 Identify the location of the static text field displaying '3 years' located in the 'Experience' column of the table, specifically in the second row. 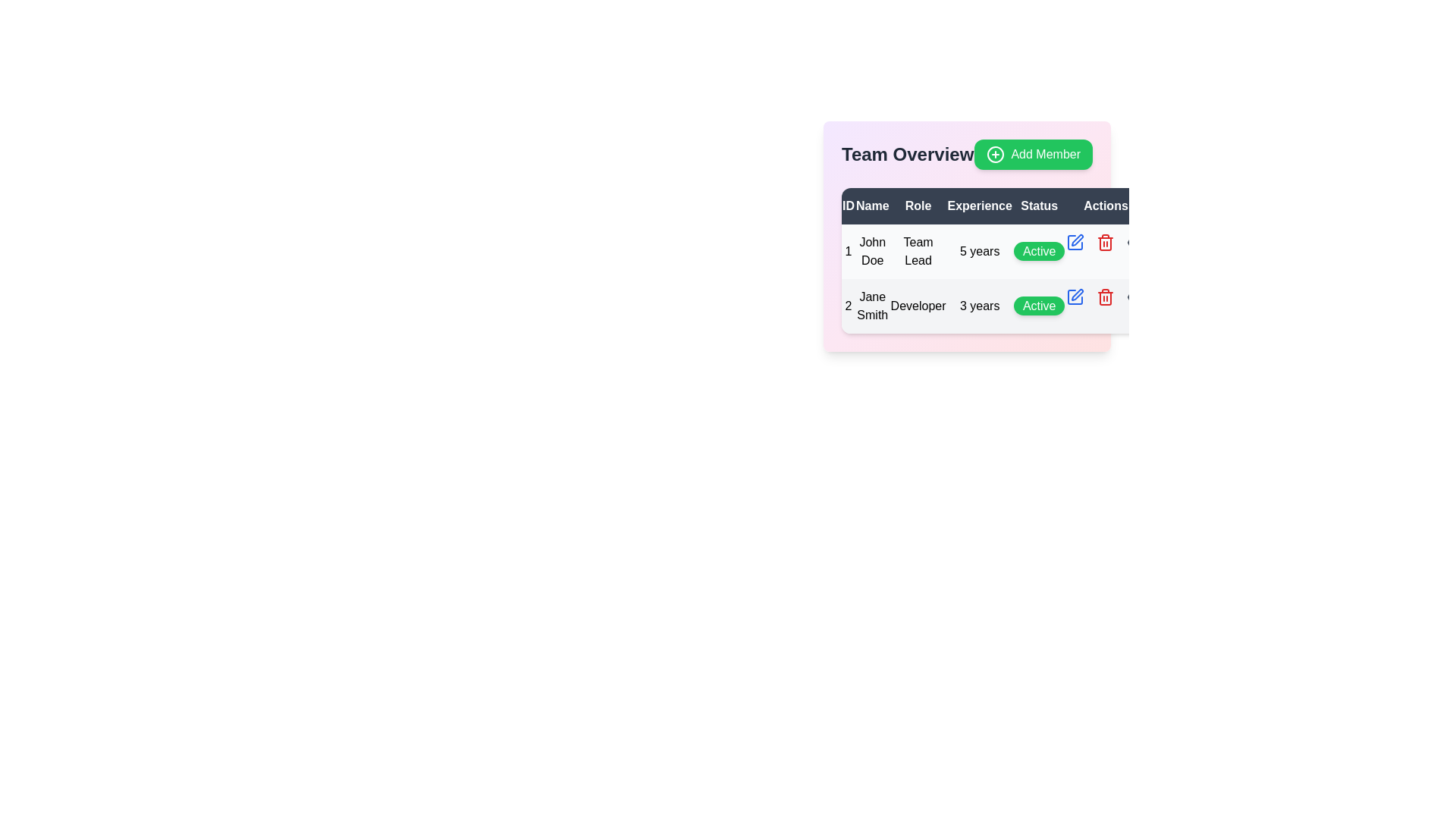
(980, 306).